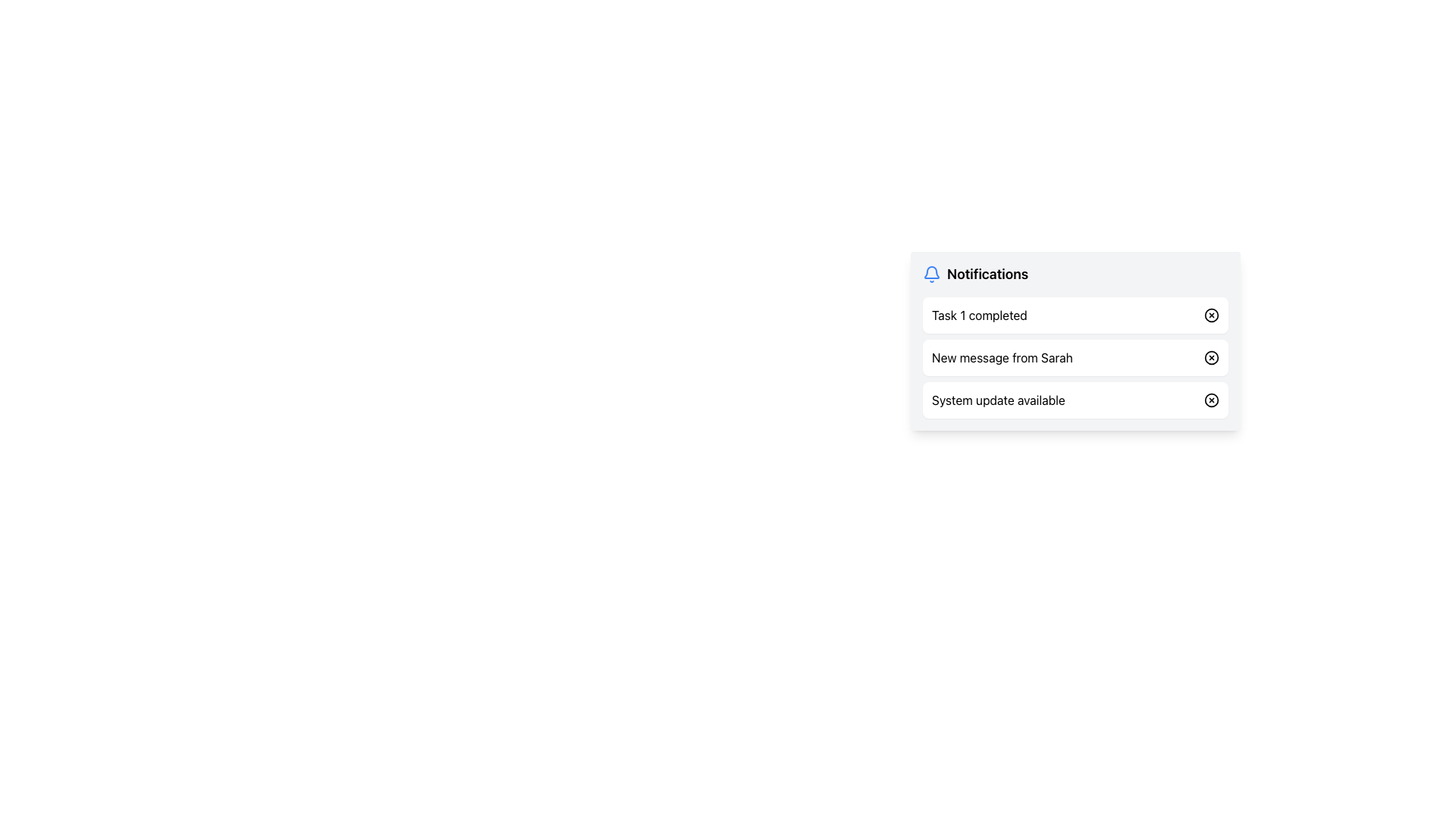  What do you see at coordinates (930, 271) in the screenshot?
I see `the upper portion of the bell-shaped icon that signifies notifications or alerts, located to the left of the 'Notifications' heading` at bounding box center [930, 271].